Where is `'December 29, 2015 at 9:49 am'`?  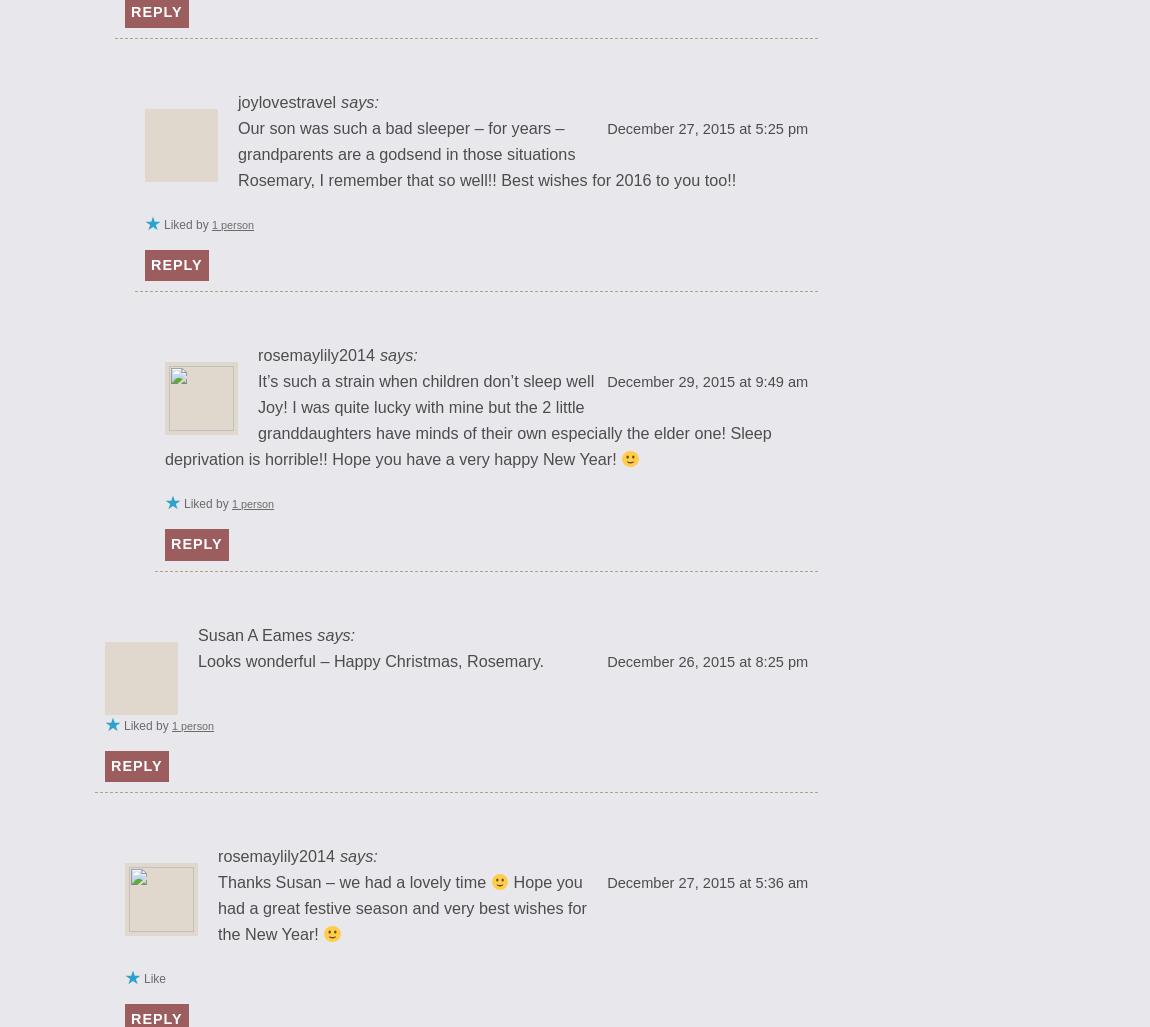
'December 29, 2015 at 9:49 am' is located at coordinates (706, 382).